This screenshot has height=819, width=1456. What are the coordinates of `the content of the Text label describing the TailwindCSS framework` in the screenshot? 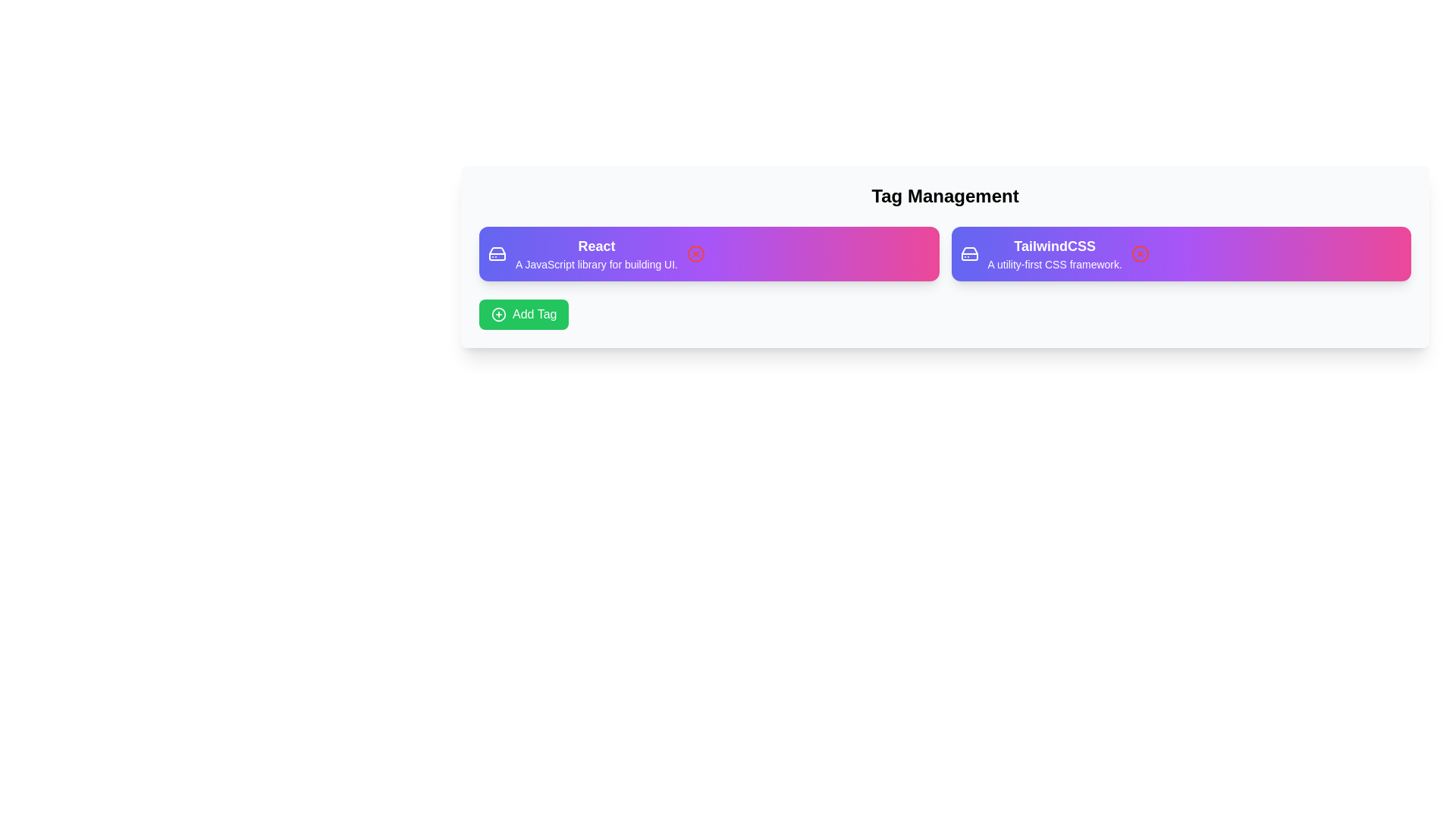 It's located at (1054, 253).